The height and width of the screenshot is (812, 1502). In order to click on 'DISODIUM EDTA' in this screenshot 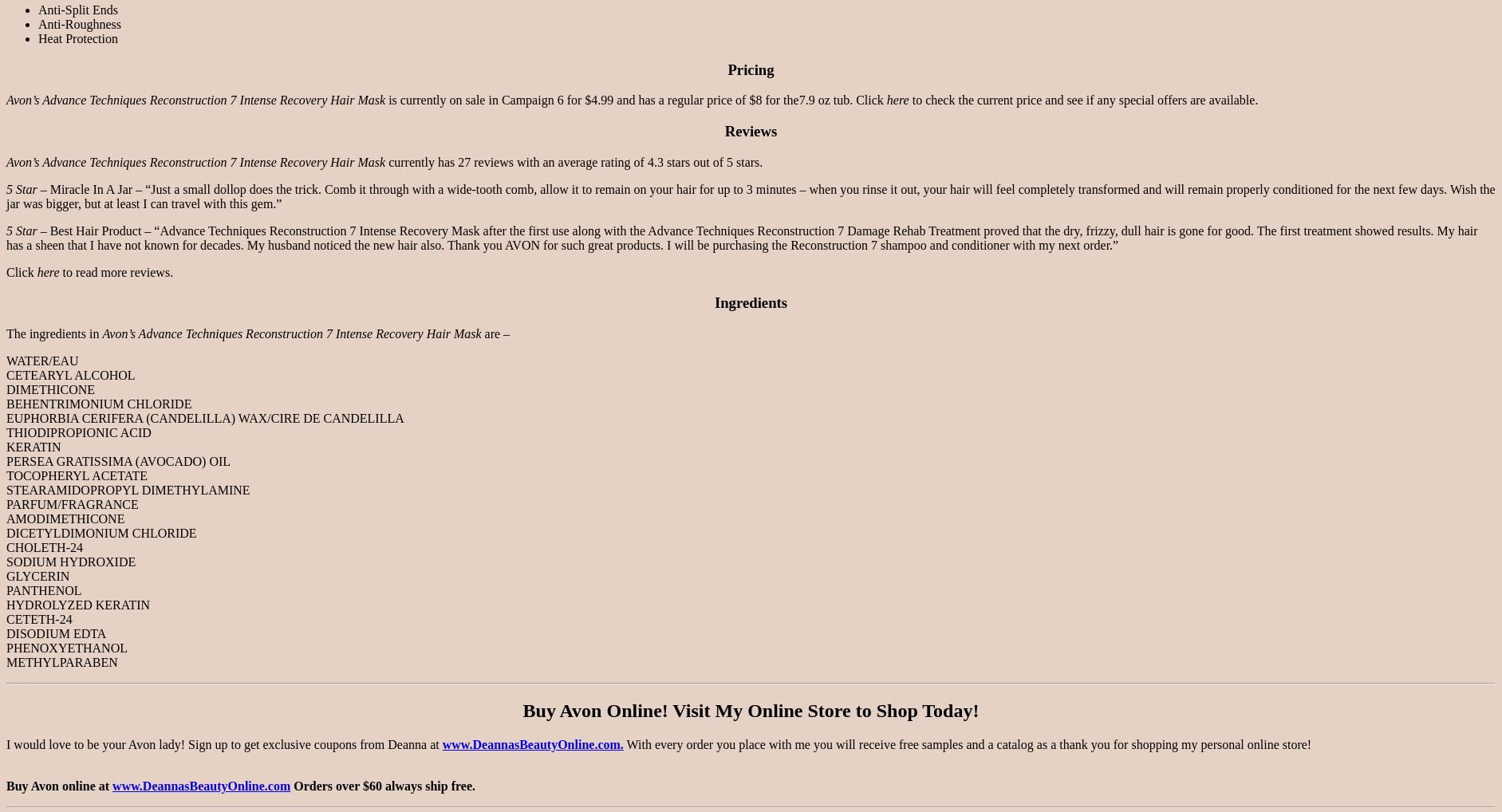, I will do `click(55, 633)`.